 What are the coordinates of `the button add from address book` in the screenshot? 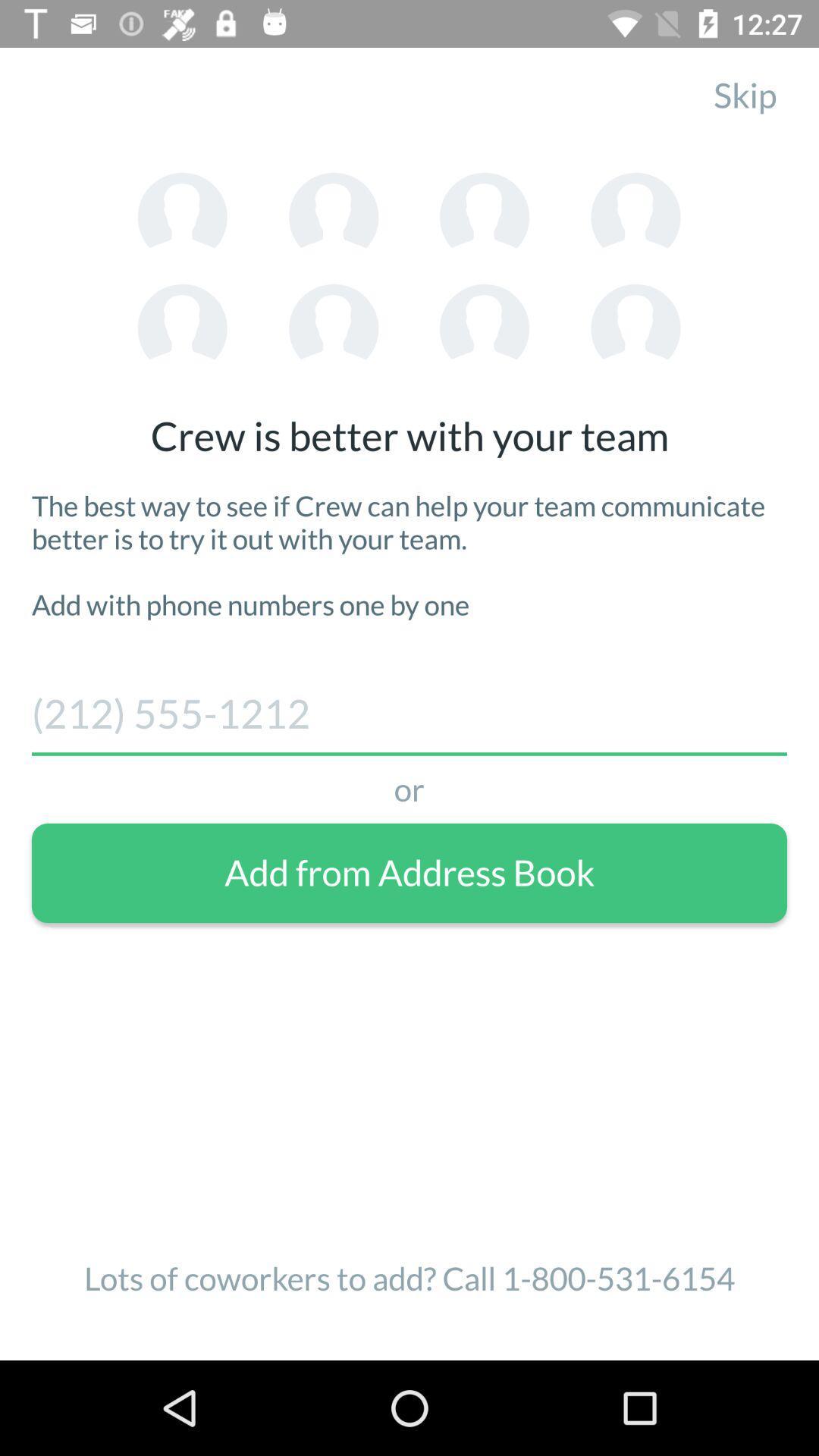 It's located at (409, 873).